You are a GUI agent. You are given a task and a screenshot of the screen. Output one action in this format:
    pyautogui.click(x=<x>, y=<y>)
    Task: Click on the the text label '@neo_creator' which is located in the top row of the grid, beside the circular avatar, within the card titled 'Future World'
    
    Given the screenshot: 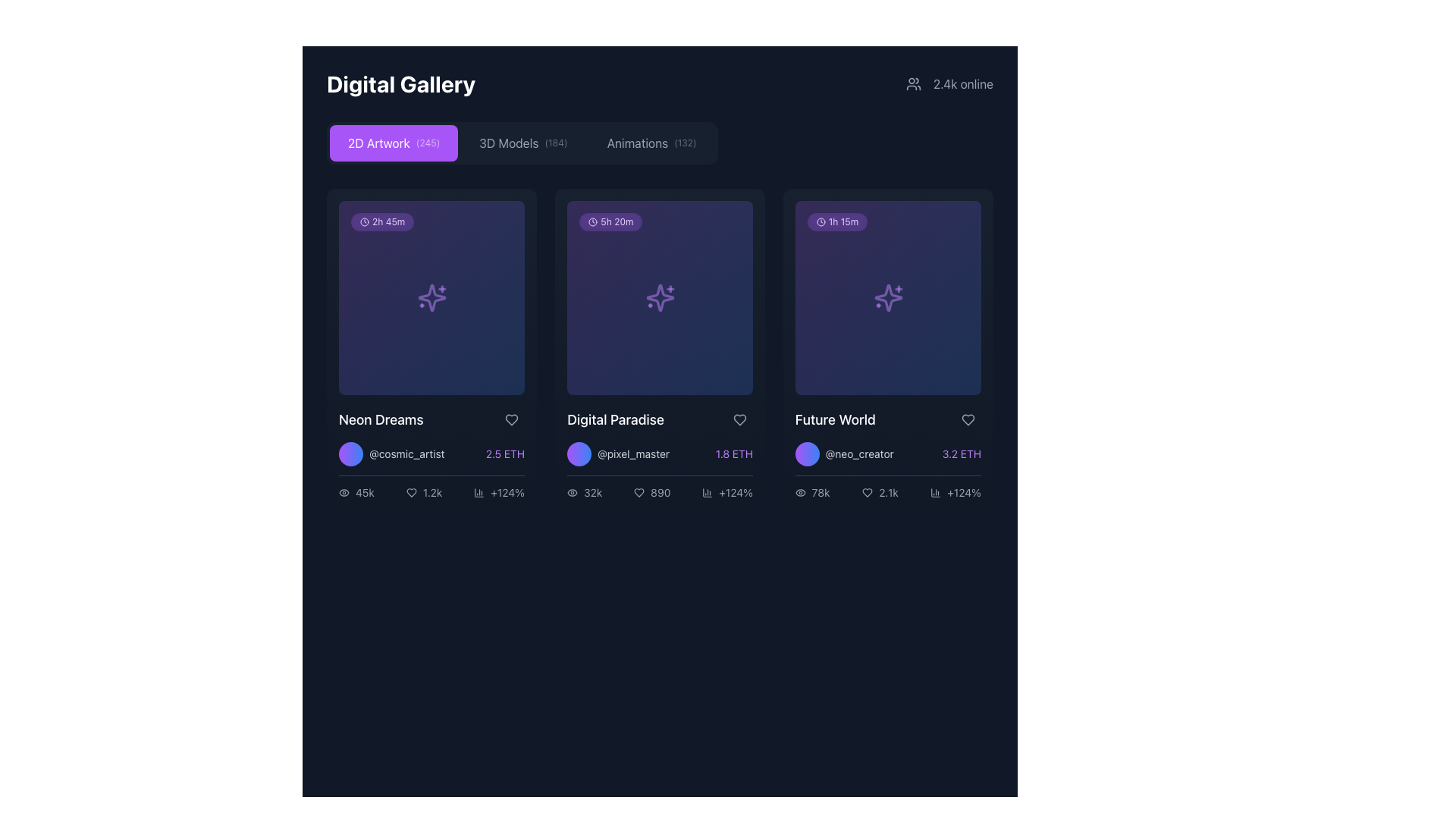 What is the action you would take?
    pyautogui.click(x=860, y=453)
    